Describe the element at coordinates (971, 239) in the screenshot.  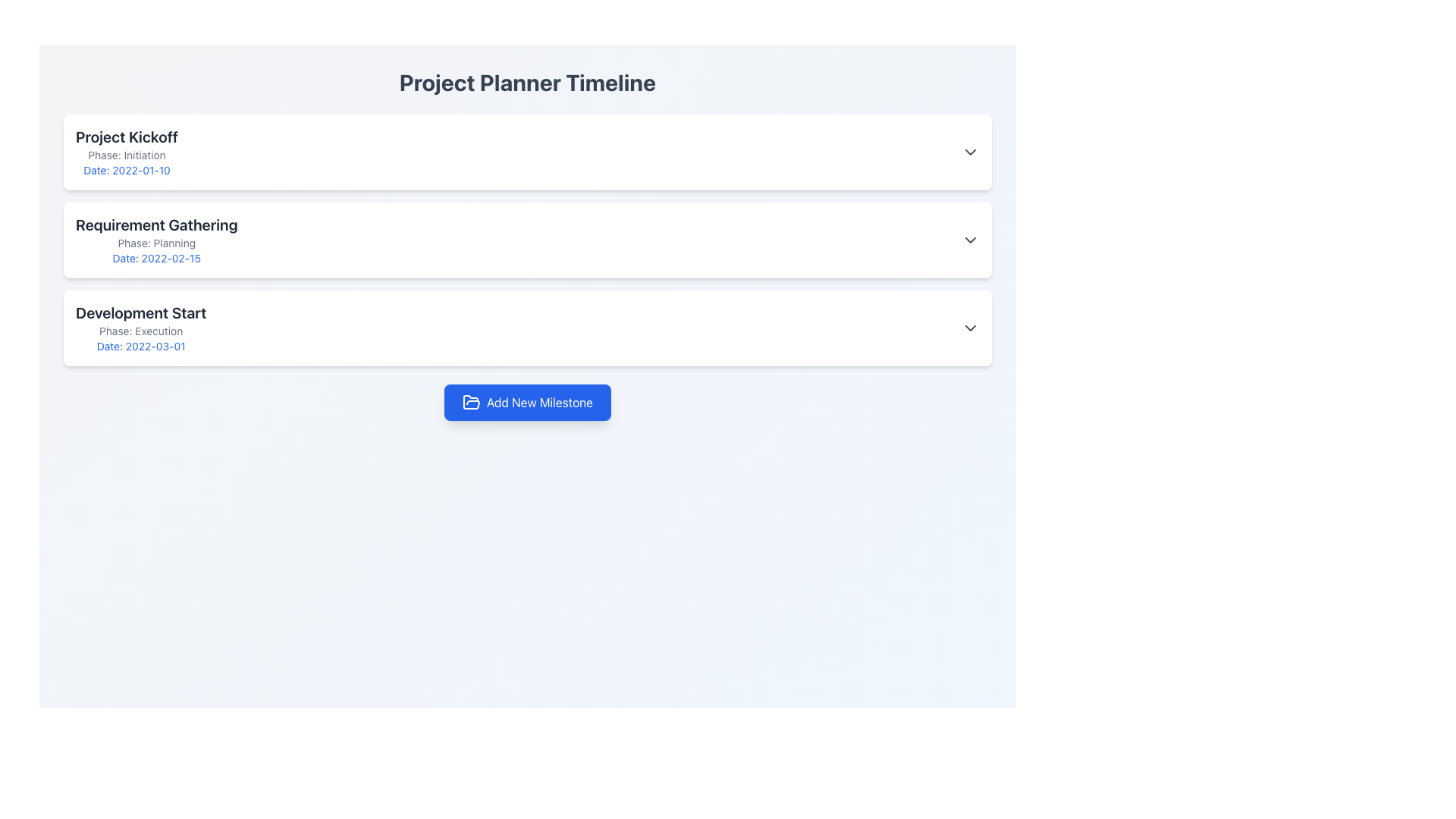
I see `the downward-pointing chevron icon toggle button located at the far-right end of the 'Requirement Gathering' section header bar` at that location.